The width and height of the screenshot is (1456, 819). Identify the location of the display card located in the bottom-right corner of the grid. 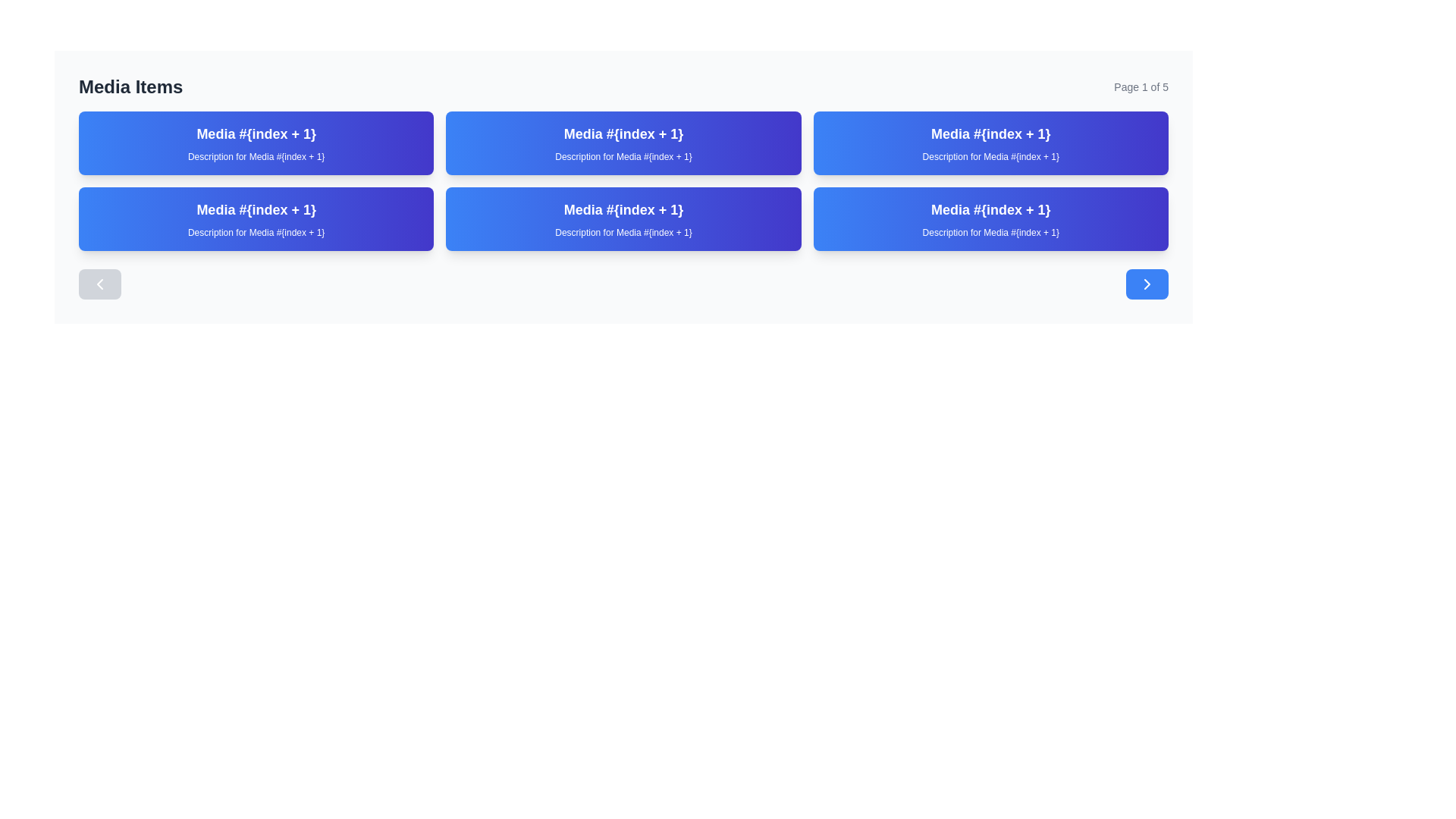
(990, 219).